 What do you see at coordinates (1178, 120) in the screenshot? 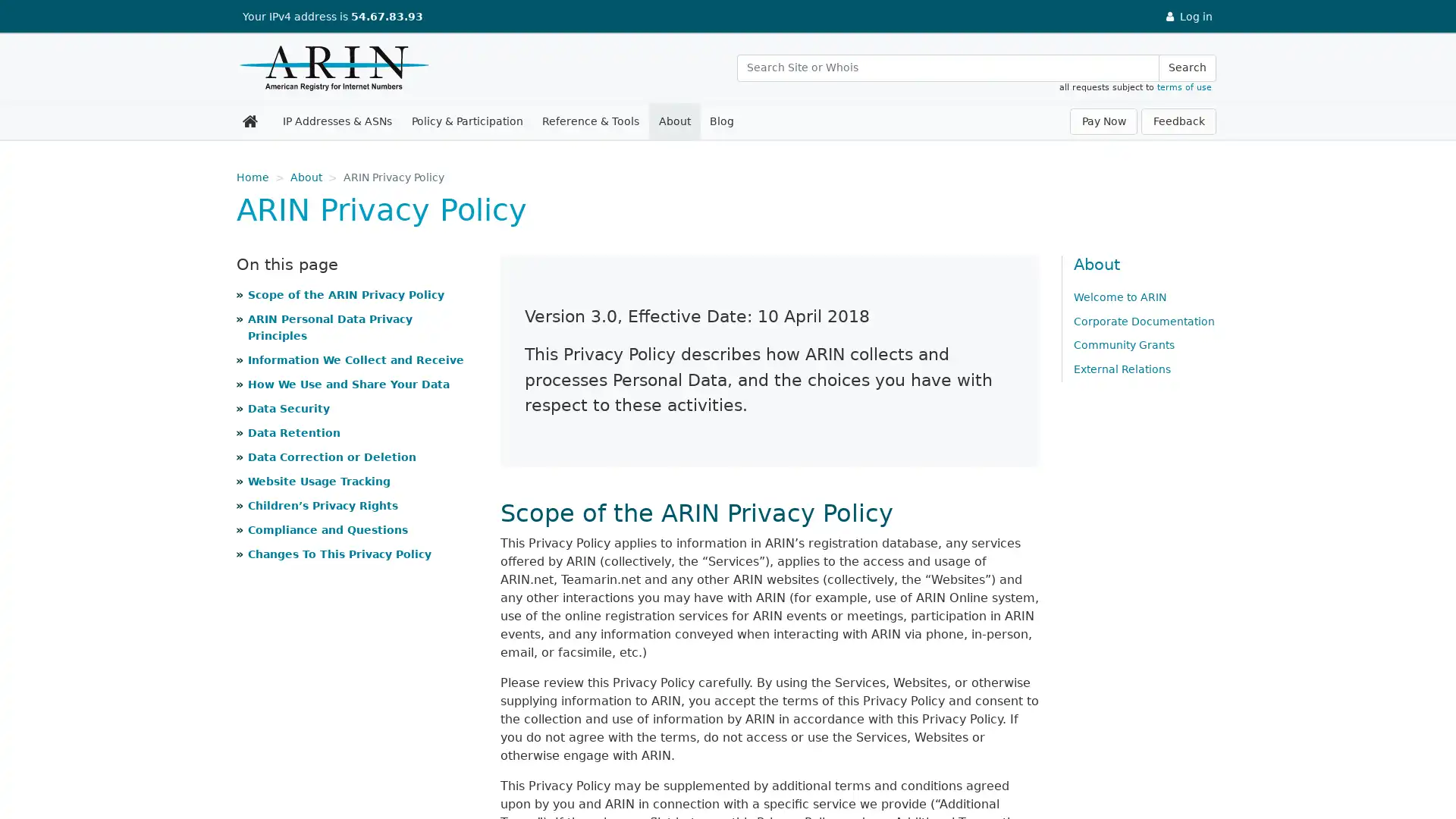
I see `Feedback` at bounding box center [1178, 120].